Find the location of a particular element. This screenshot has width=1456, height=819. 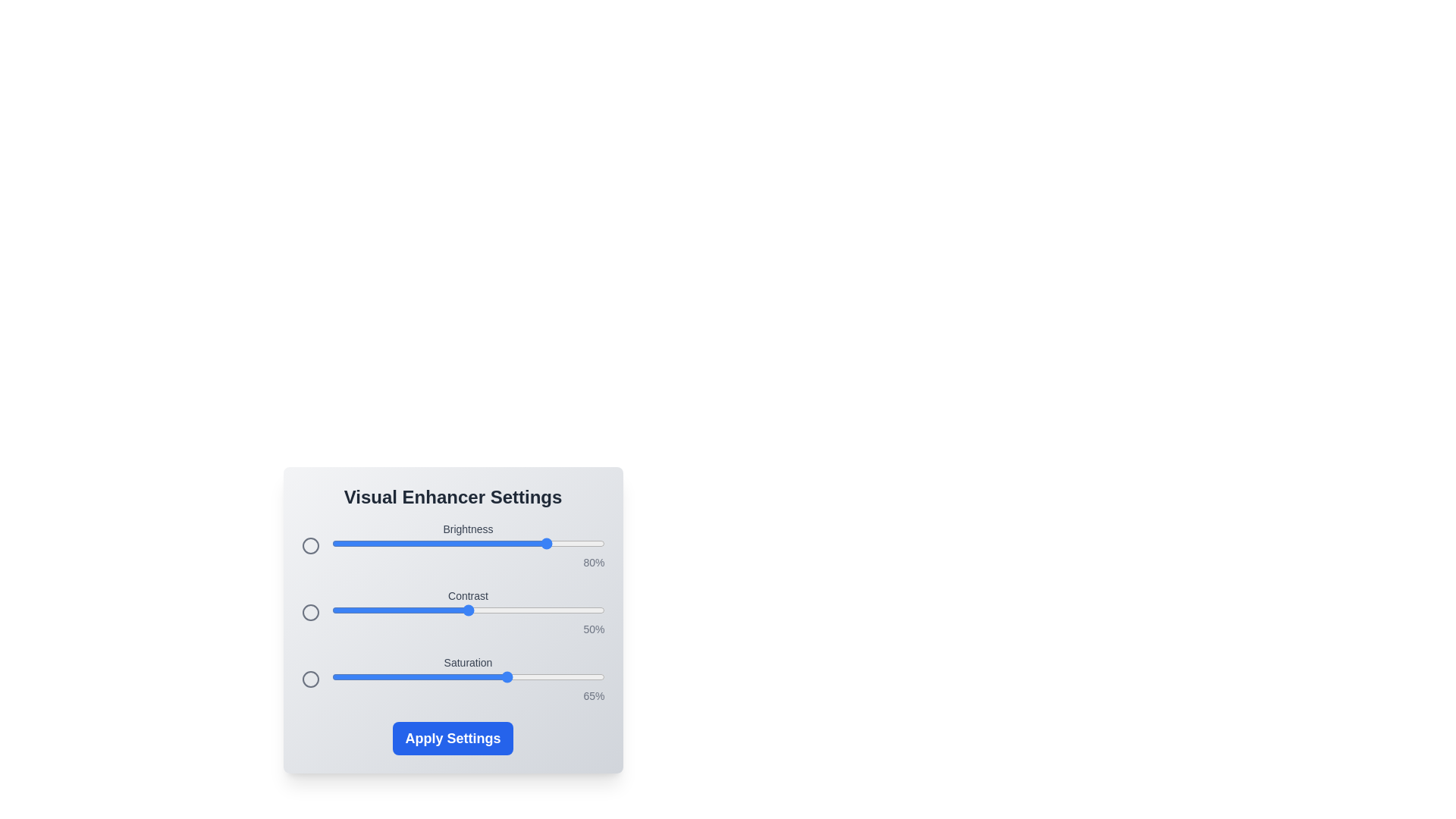

the icon next to the brightness slider to provide additional feedback is located at coordinates (309, 546).